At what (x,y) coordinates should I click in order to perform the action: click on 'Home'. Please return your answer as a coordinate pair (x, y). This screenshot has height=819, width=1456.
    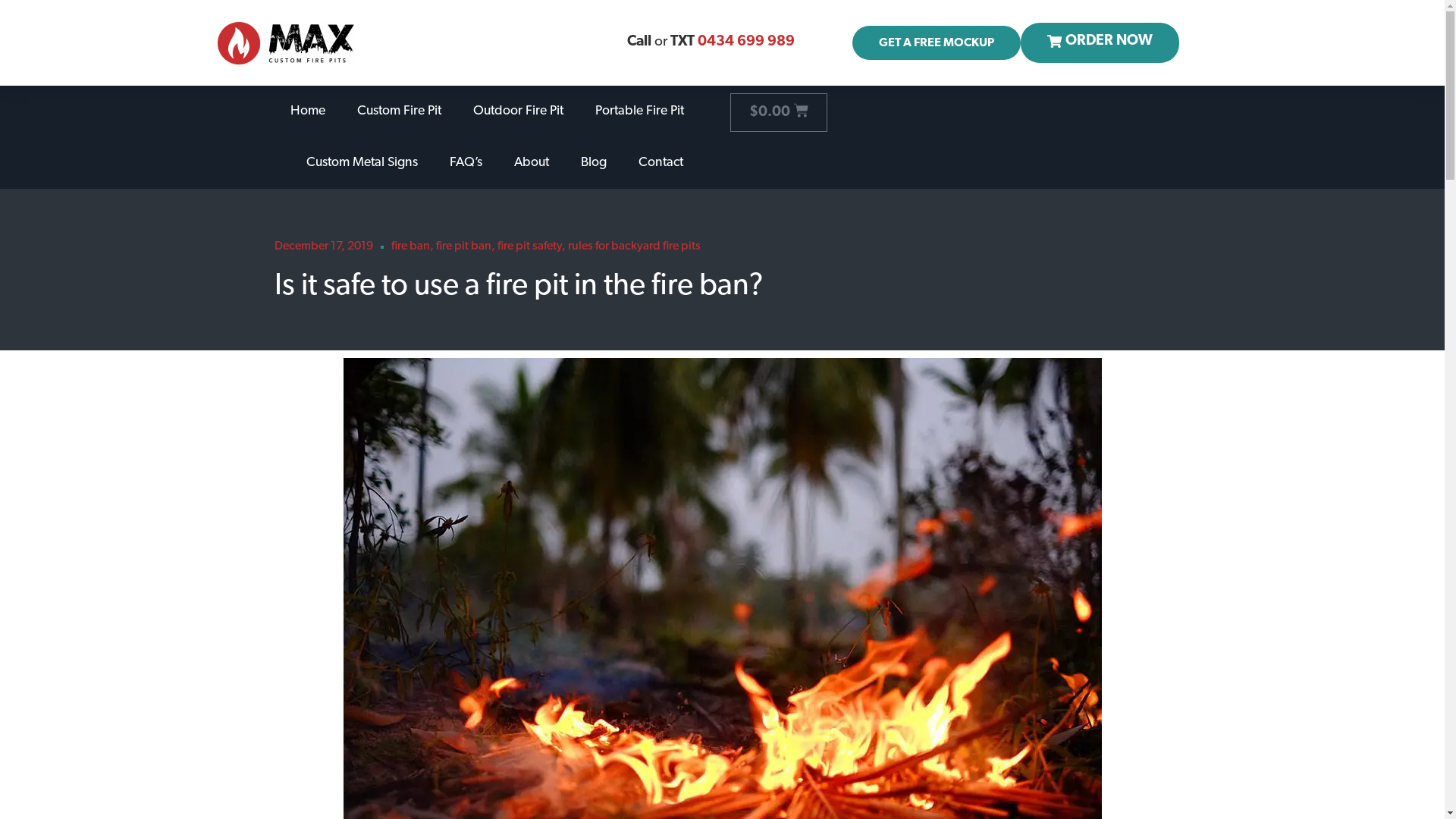
    Looking at the image, I should click on (306, 110).